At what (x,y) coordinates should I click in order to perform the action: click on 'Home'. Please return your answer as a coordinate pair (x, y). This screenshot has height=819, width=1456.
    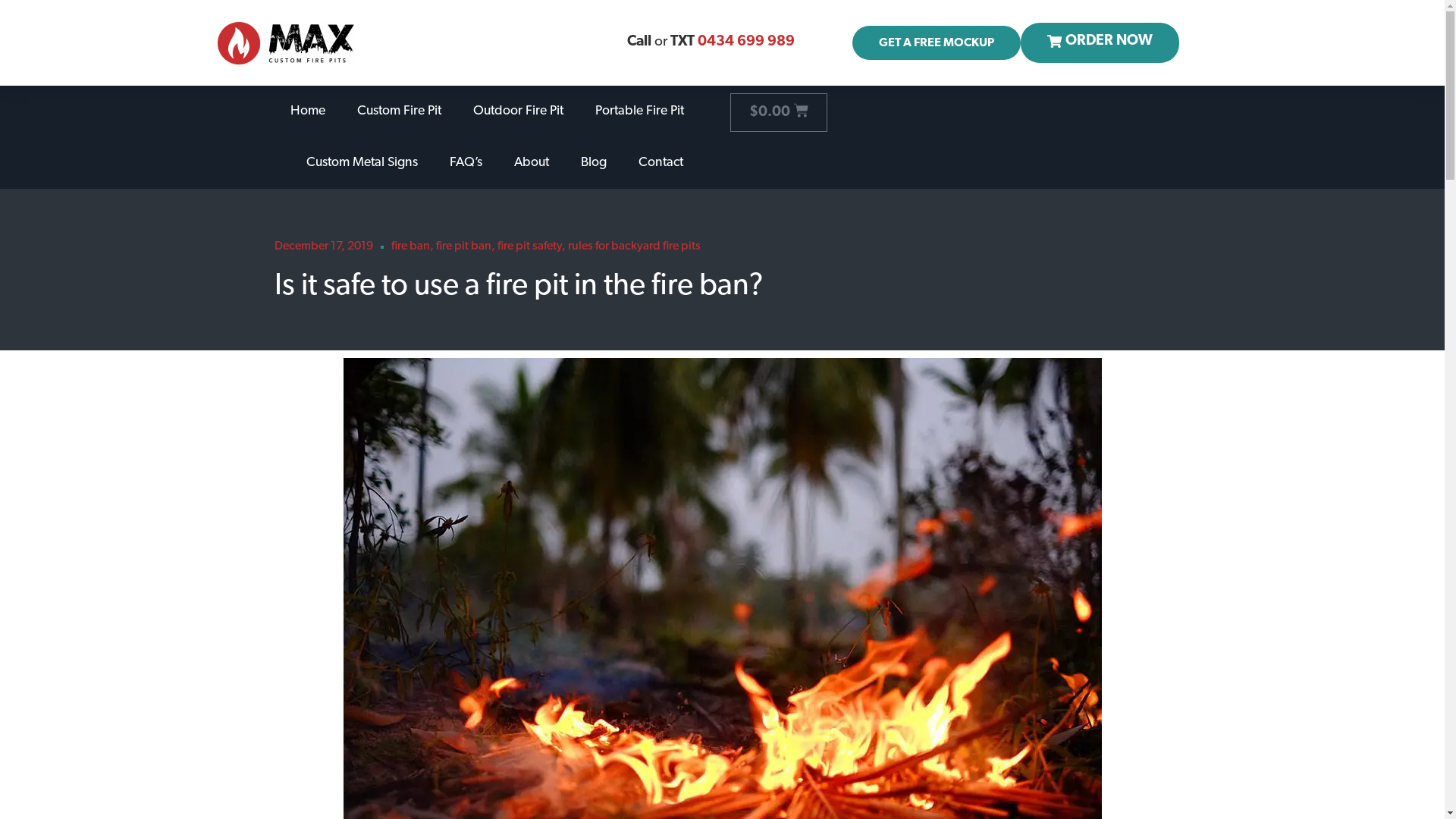
    Looking at the image, I should click on (306, 110).